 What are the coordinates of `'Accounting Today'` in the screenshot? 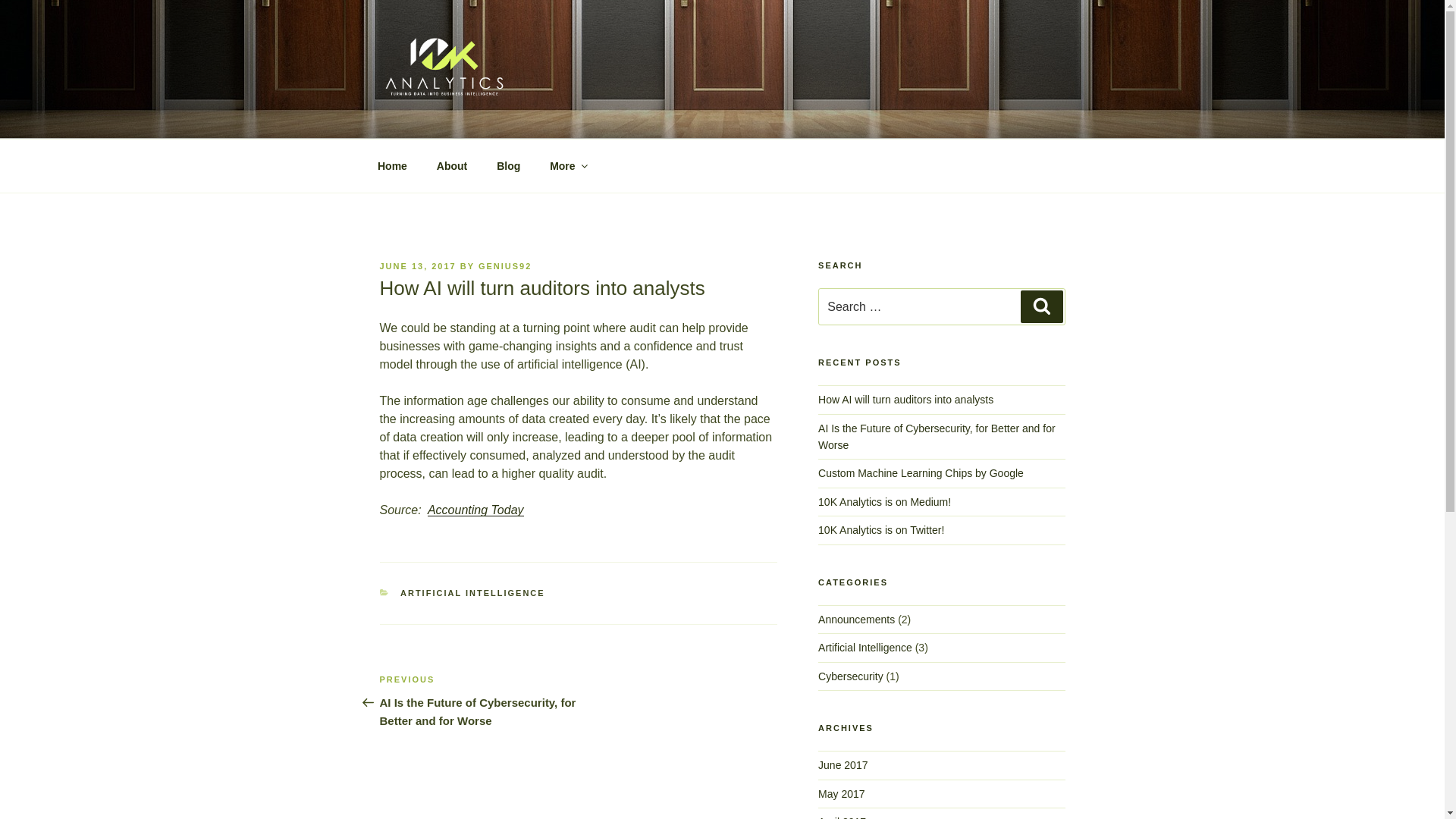 It's located at (475, 510).